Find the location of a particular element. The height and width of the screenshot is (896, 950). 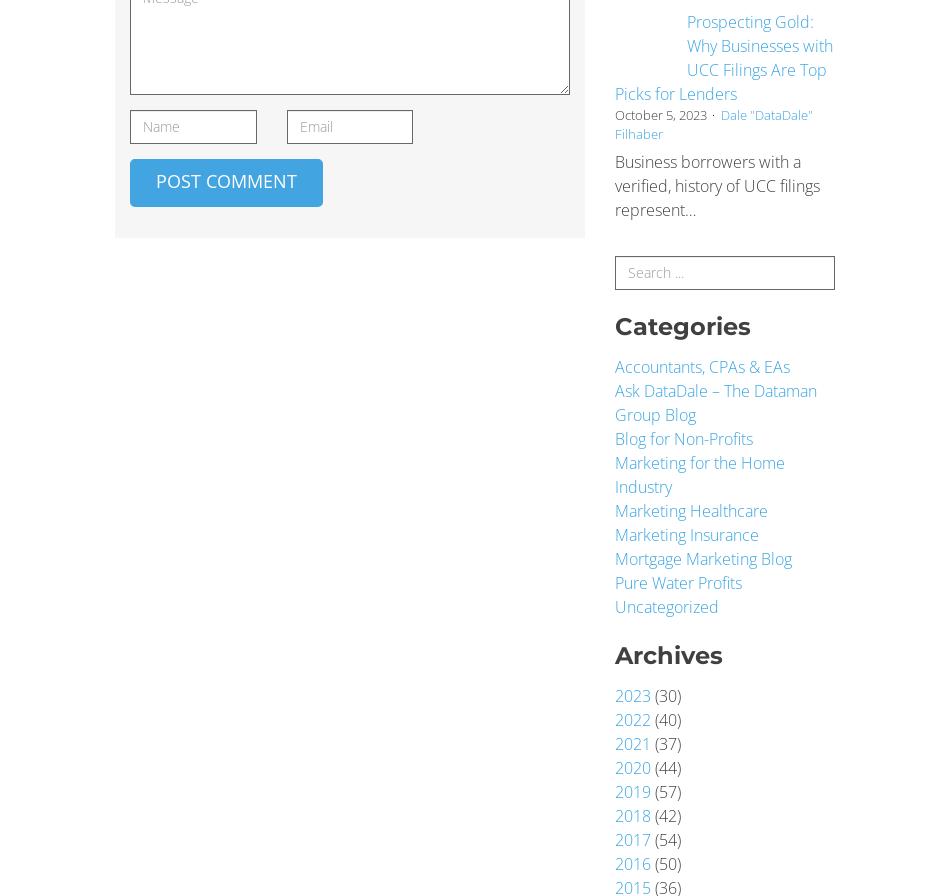

'Marketing Insurance' is located at coordinates (687, 534).